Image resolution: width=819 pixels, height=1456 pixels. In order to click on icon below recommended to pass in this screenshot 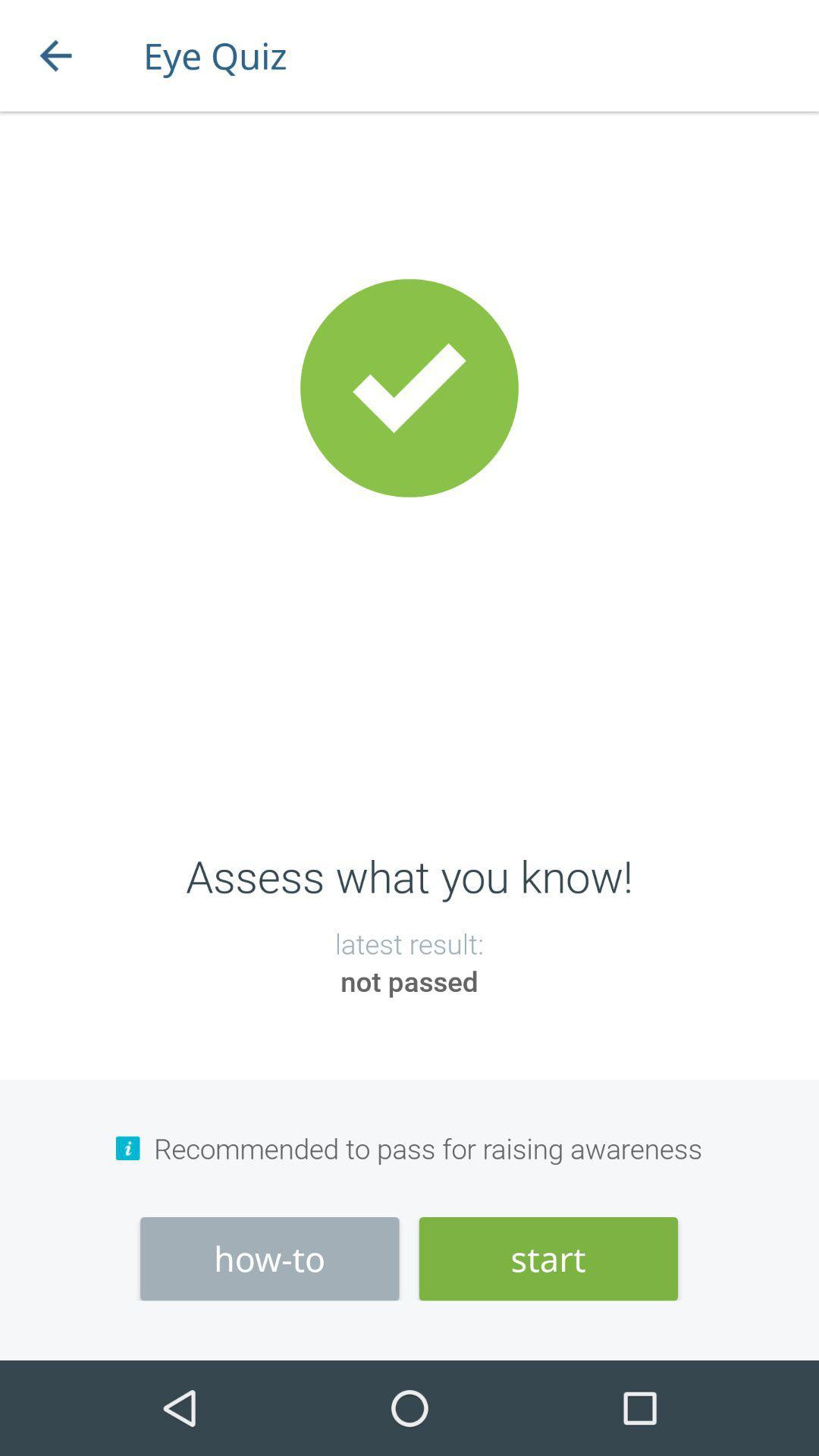, I will do `click(548, 1259)`.